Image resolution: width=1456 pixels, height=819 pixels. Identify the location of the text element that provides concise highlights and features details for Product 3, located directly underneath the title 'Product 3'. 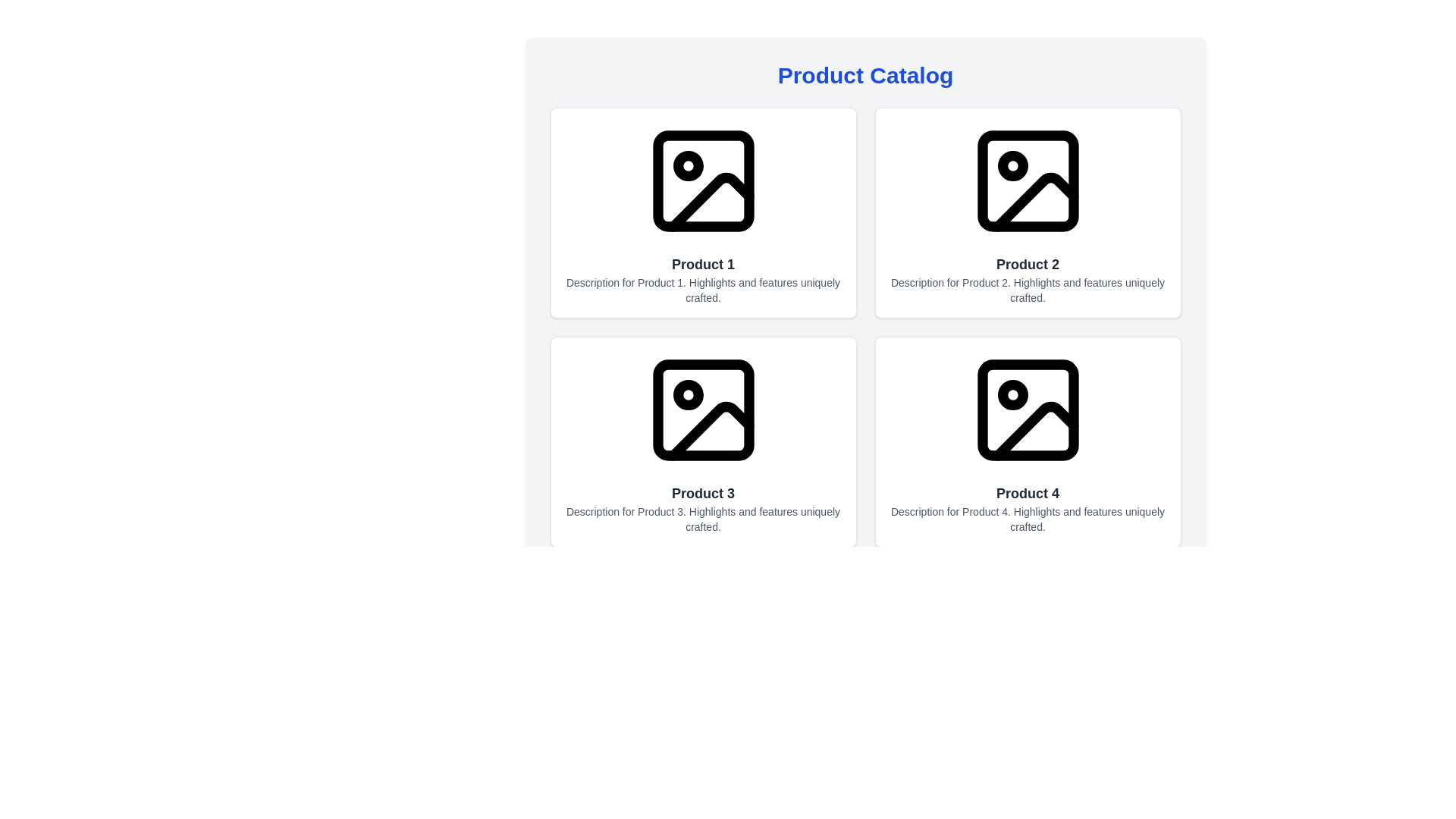
(702, 519).